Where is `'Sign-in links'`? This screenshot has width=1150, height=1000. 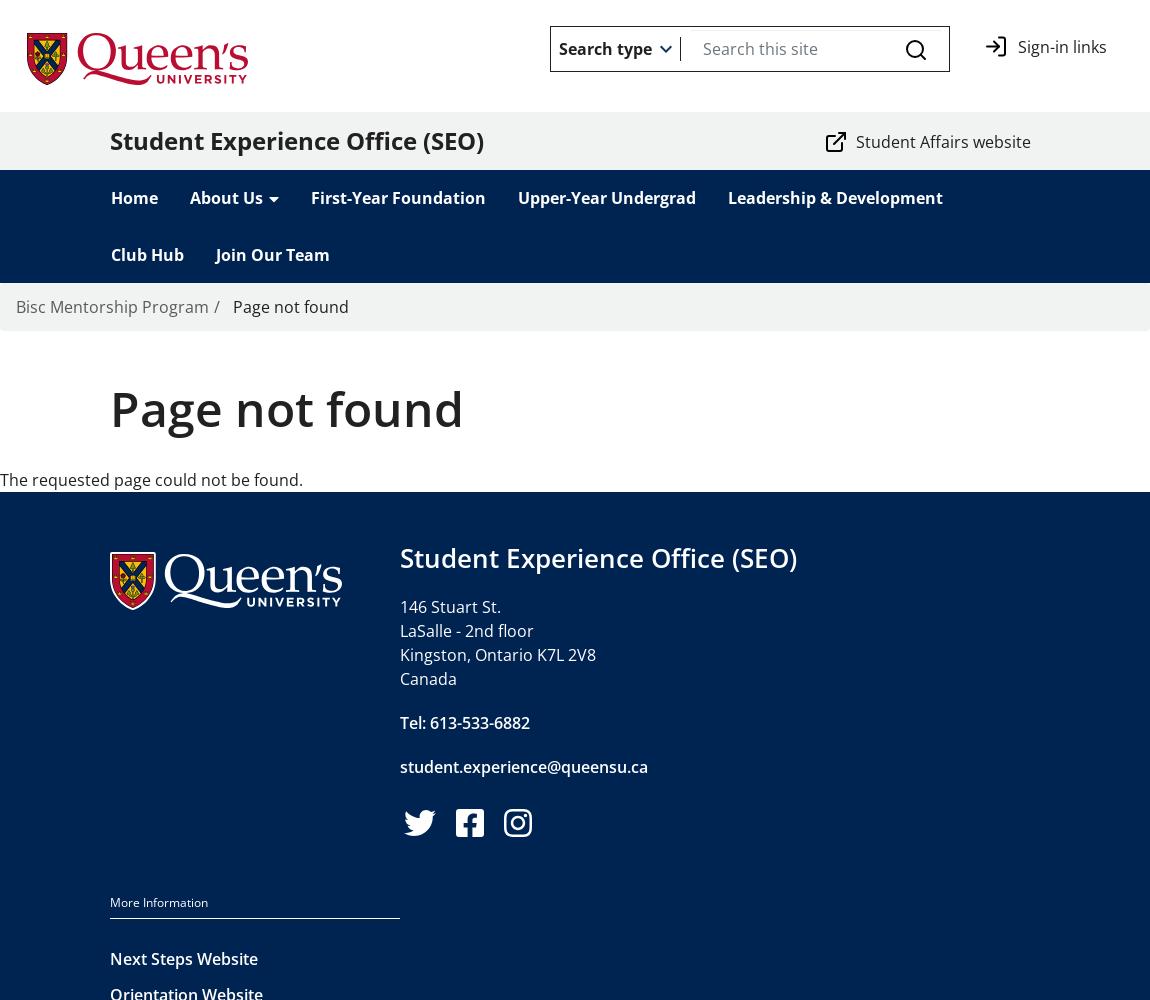 'Sign-in links' is located at coordinates (1062, 47).